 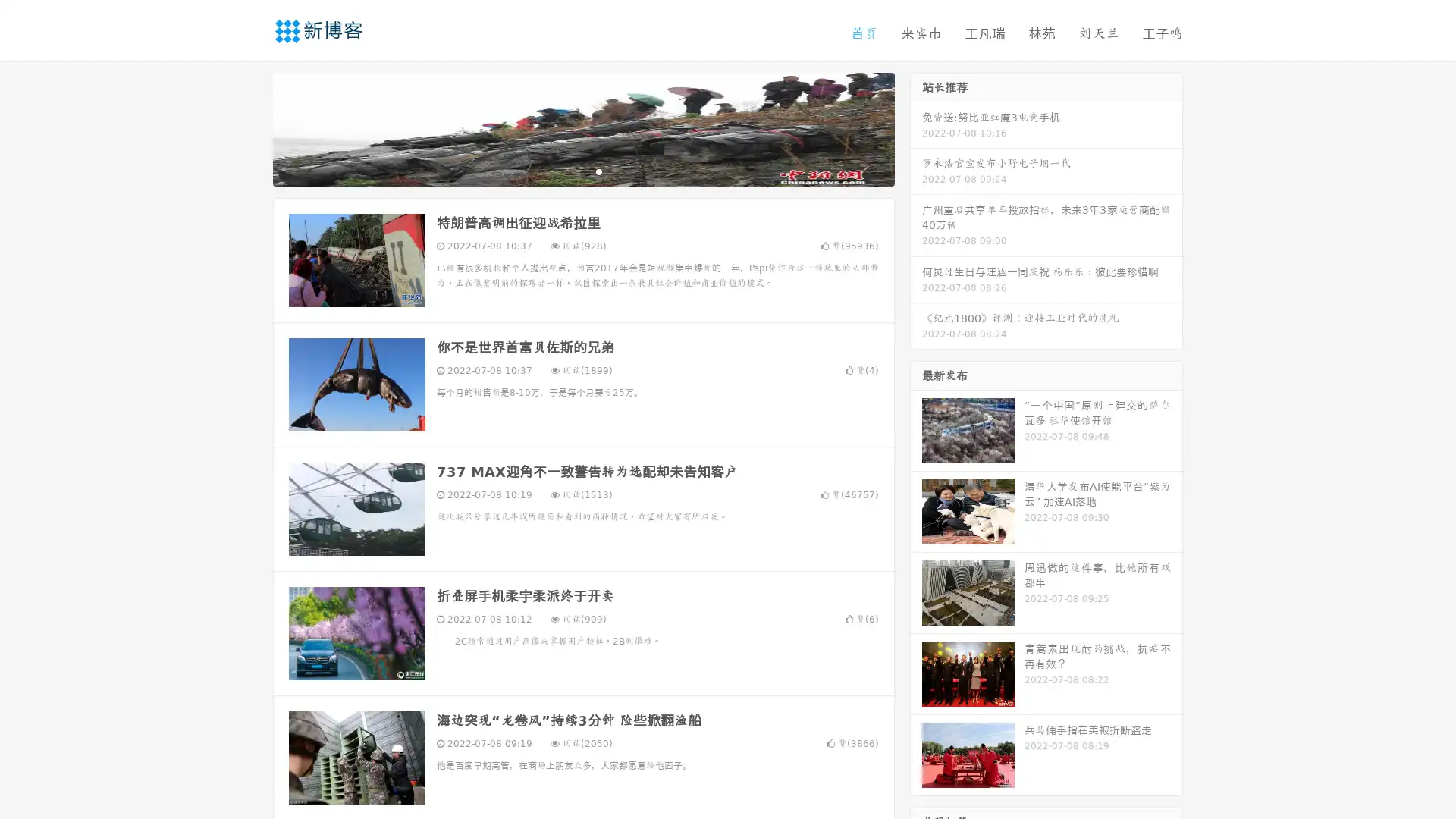 What do you see at coordinates (916, 127) in the screenshot?
I see `Next slide` at bounding box center [916, 127].